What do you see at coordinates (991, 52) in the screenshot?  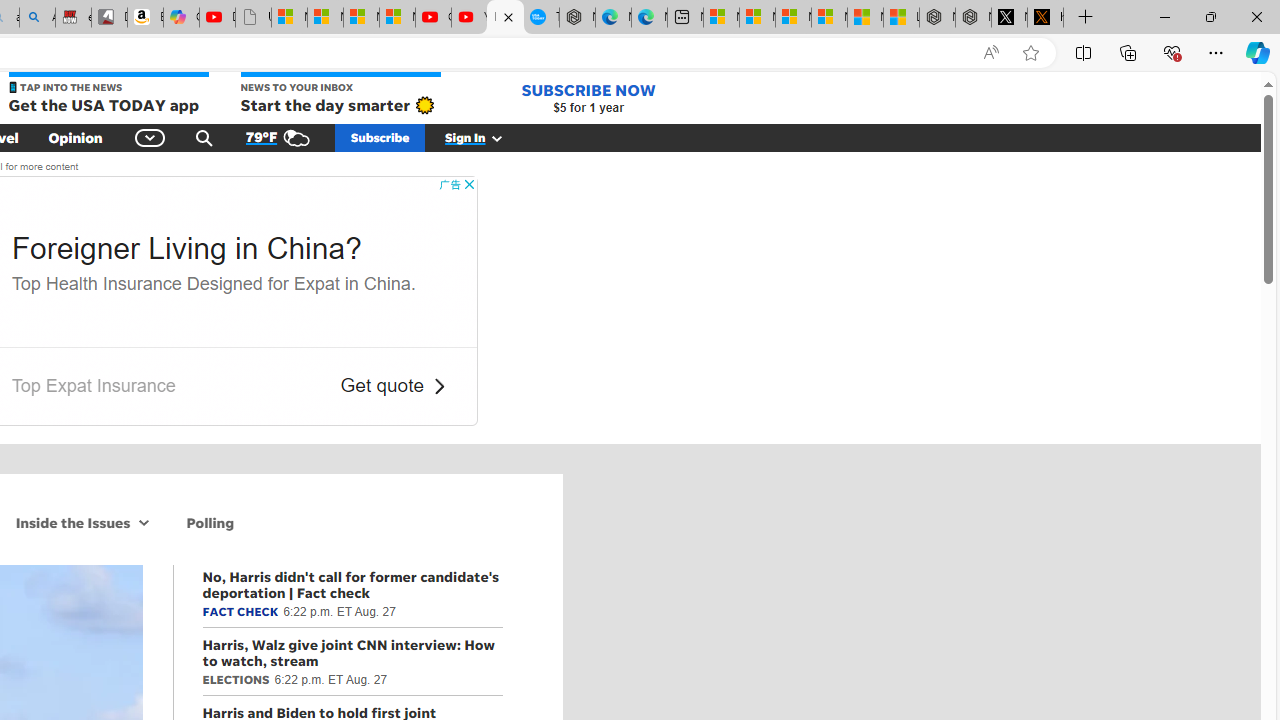 I see `'Read aloud this page (Ctrl+Shift+U)'` at bounding box center [991, 52].